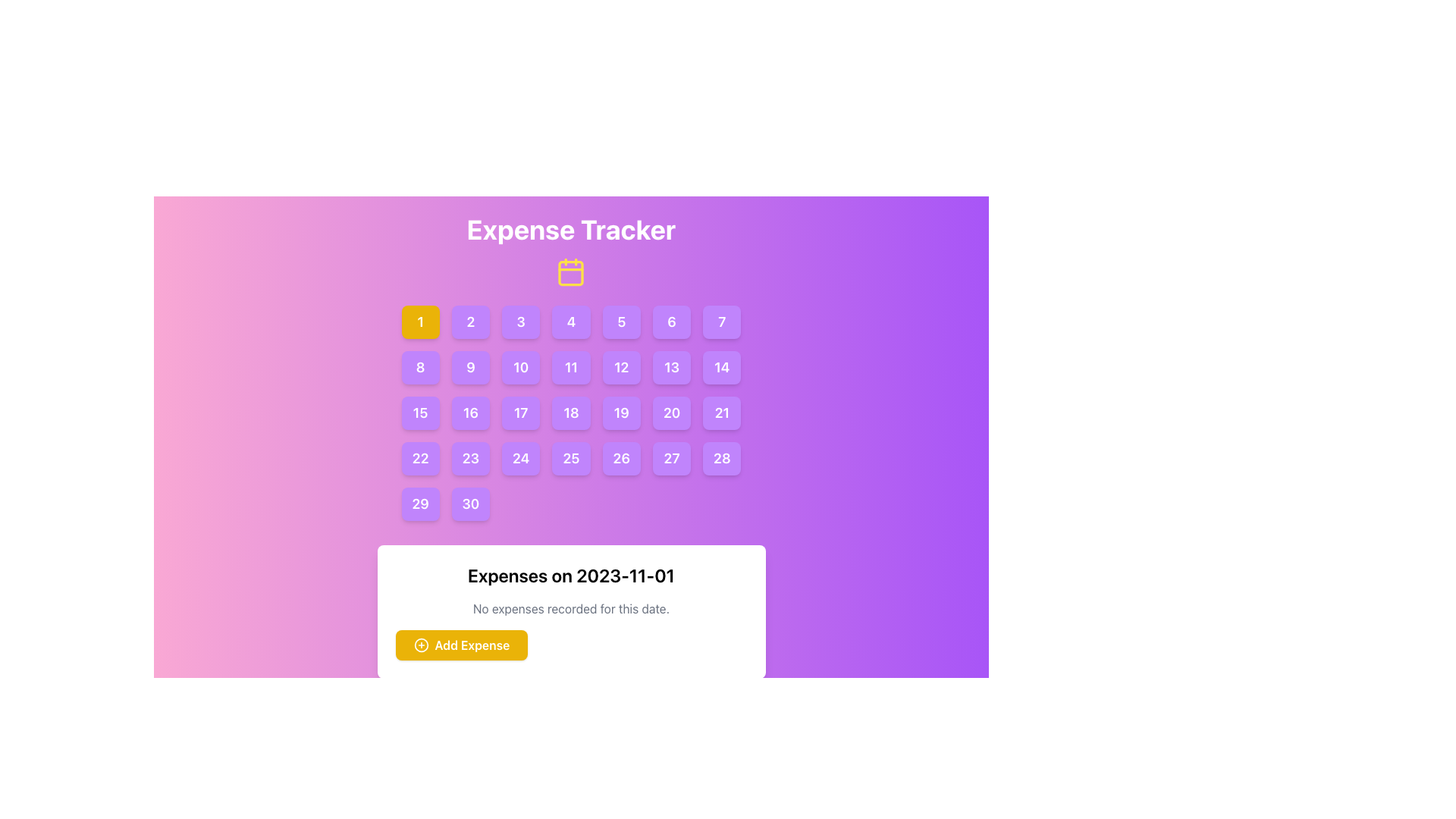 The height and width of the screenshot is (819, 1456). Describe the element at coordinates (570, 321) in the screenshot. I see `the fourth button in the first row of the calendar interface under 'Expense Tracker' by highlighting it` at that location.